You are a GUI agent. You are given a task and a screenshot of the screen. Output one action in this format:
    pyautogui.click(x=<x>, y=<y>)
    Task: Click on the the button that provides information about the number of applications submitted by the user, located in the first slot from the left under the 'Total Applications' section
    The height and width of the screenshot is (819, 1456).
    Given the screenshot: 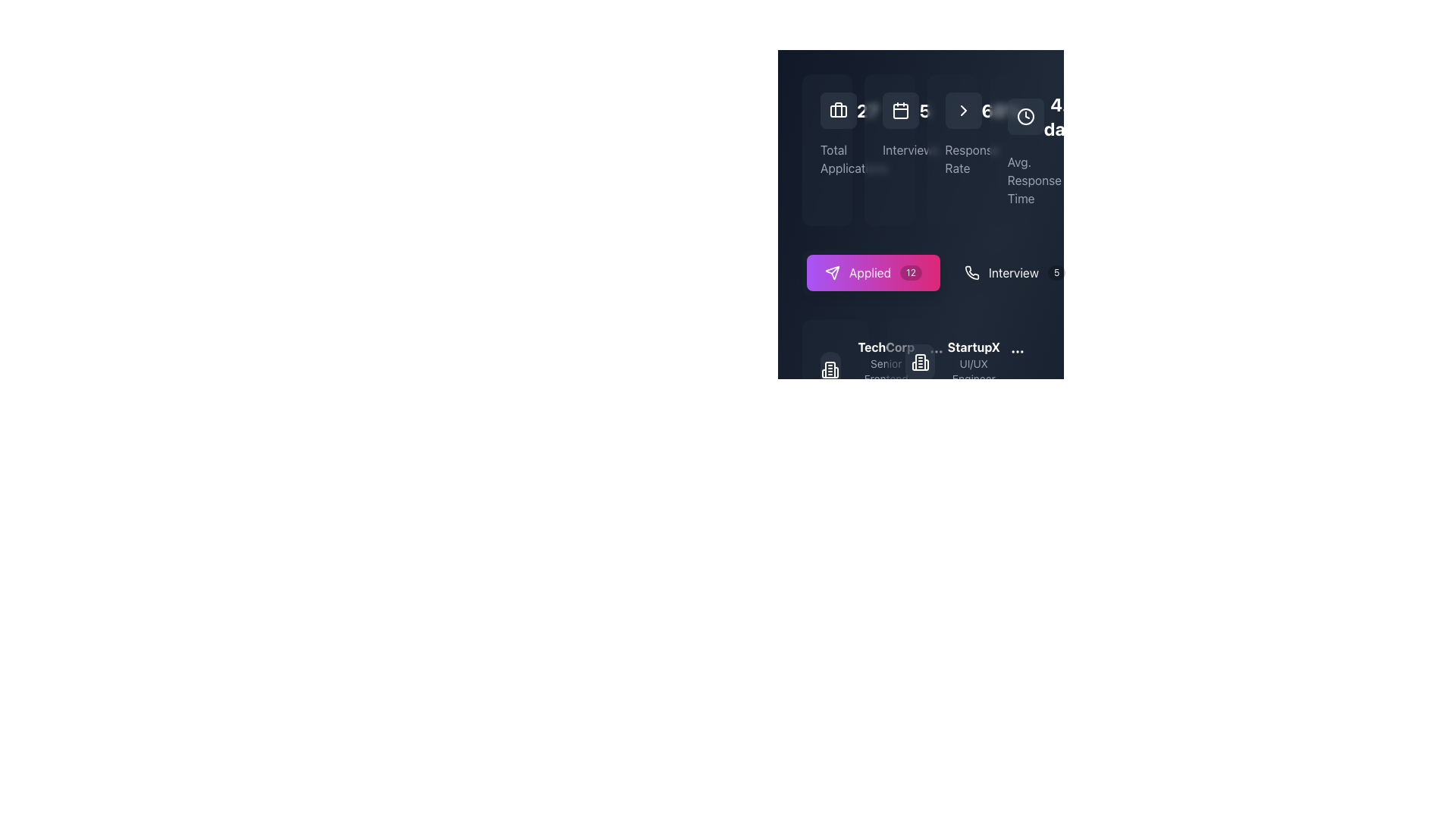 What is the action you would take?
    pyautogui.click(x=920, y=271)
    